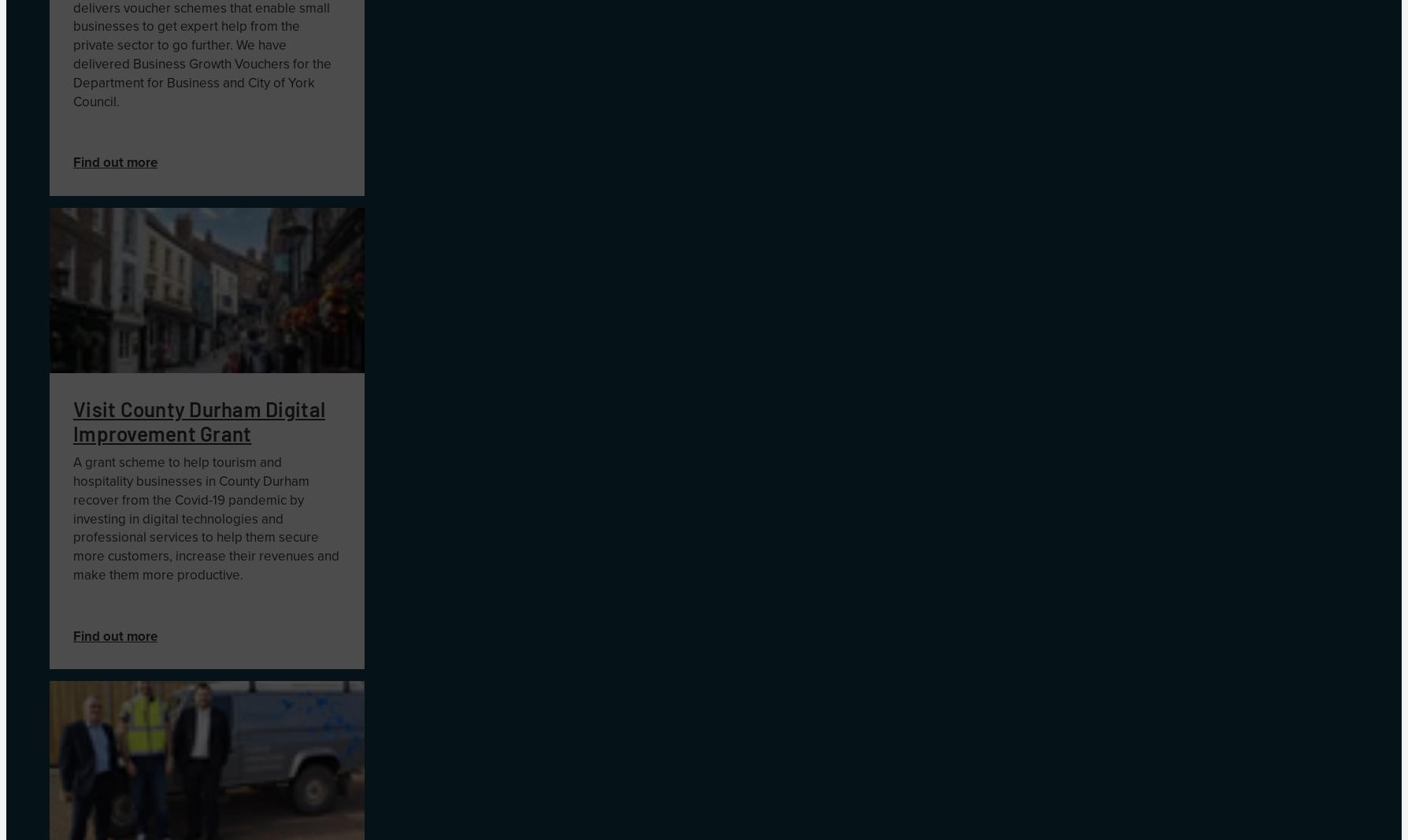  What do you see at coordinates (186, 35) in the screenshot?
I see `'the private sector'` at bounding box center [186, 35].